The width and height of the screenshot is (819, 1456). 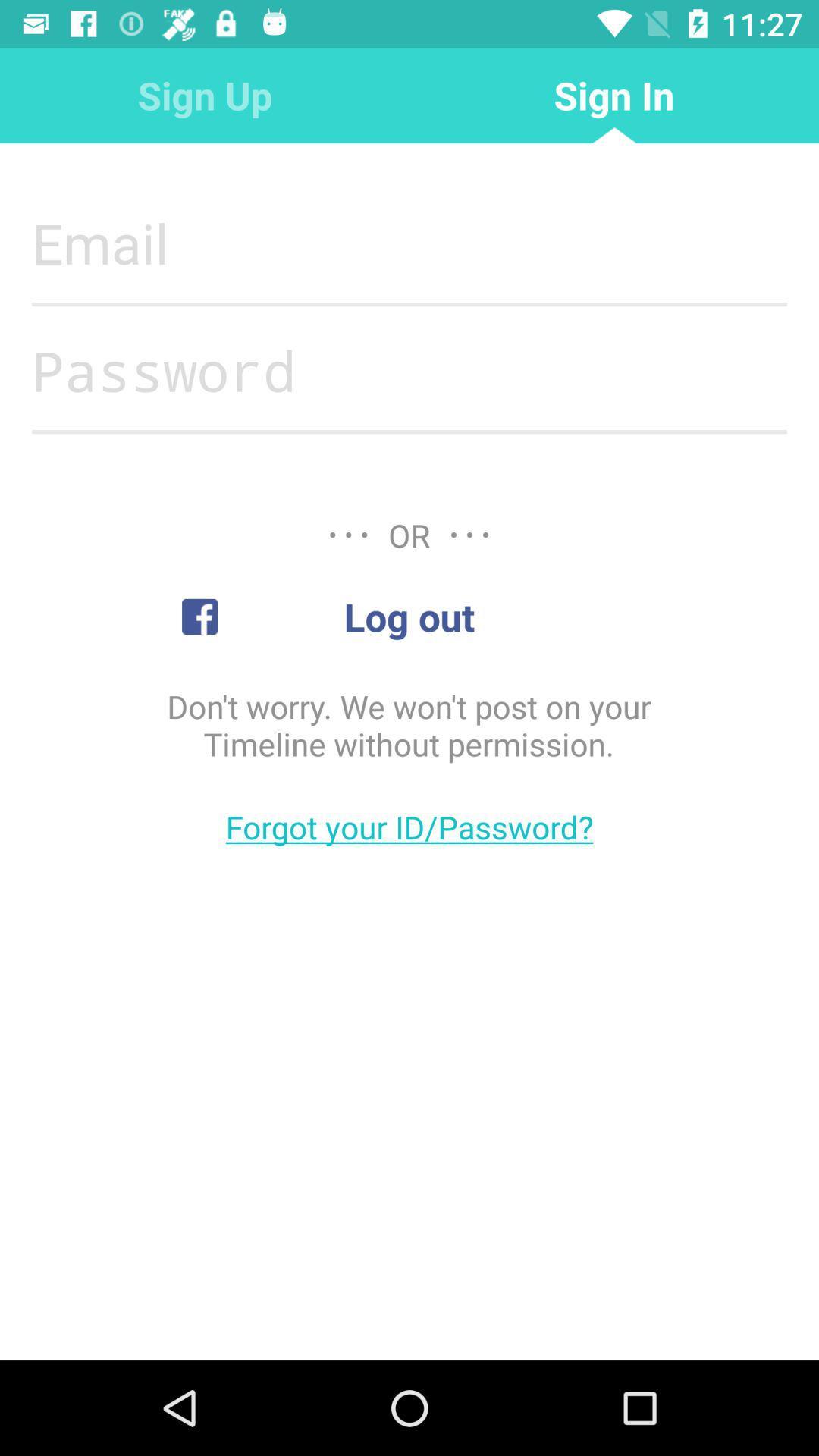 I want to click on the forgot your id item, so click(x=409, y=826).